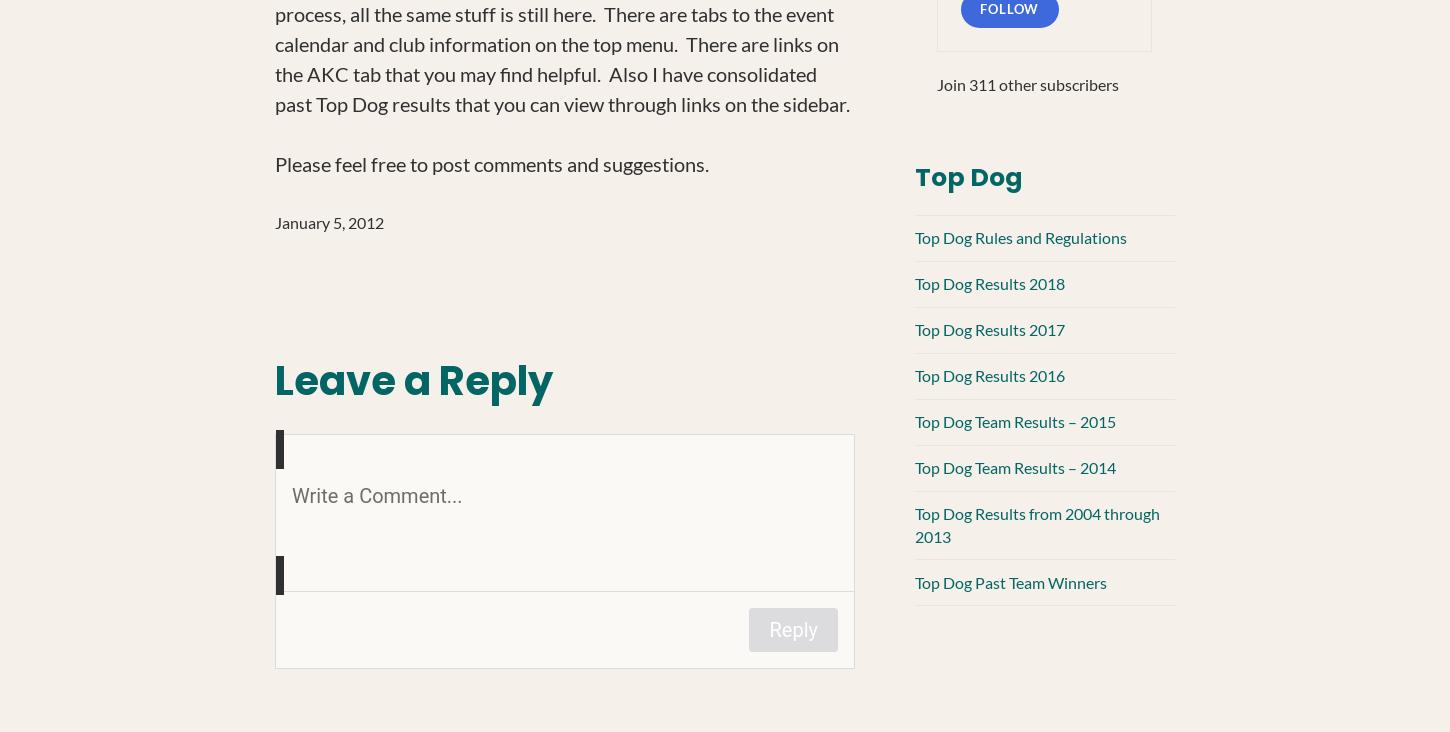  I want to click on 'January 5, 2012', so click(275, 221).